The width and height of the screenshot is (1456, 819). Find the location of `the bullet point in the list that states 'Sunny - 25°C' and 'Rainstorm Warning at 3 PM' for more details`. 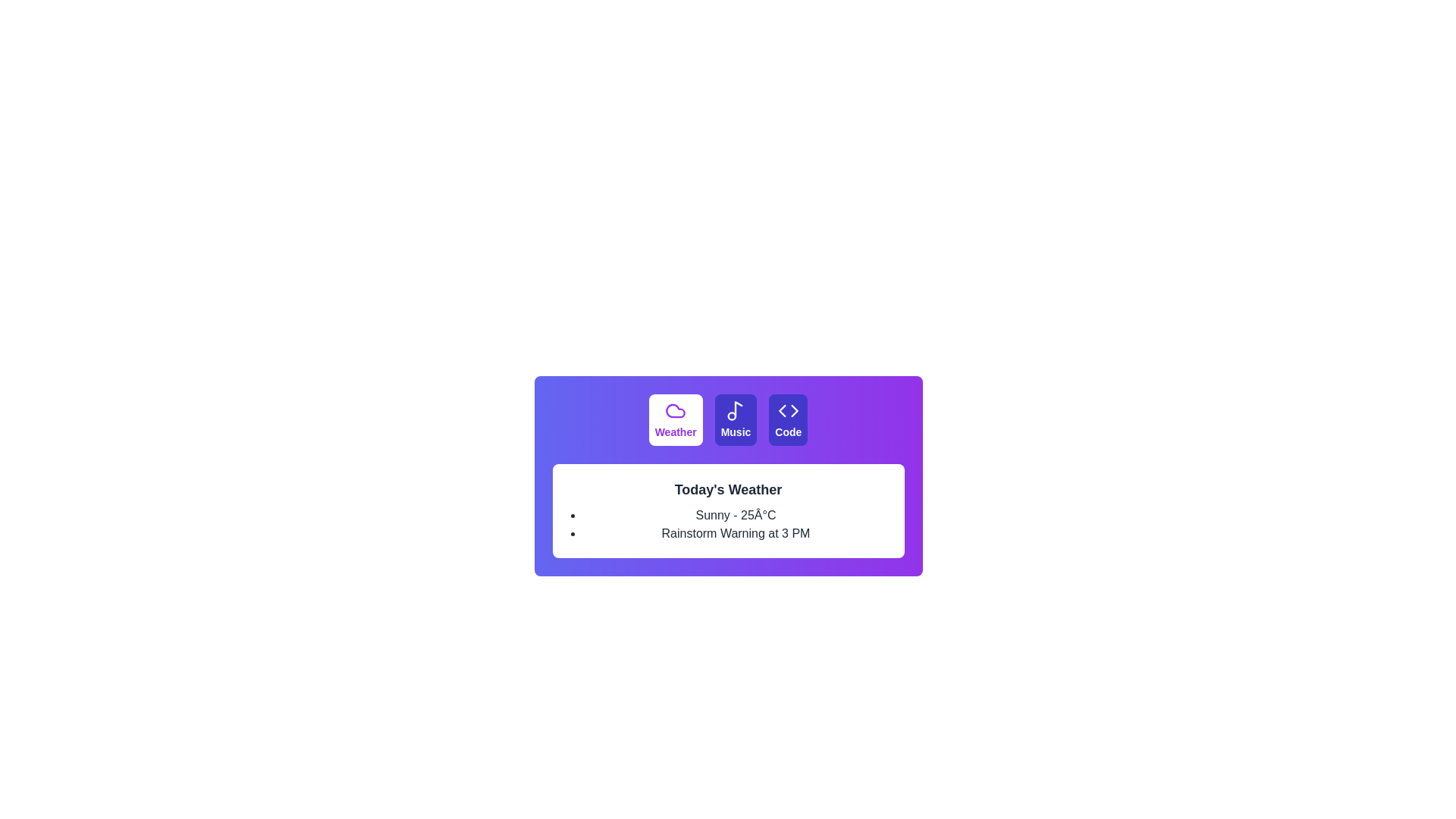

the bullet point in the list that states 'Sunny - 25°C' and 'Rainstorm Warning at 3 PM' for more details is located at coordinates (736, 523).